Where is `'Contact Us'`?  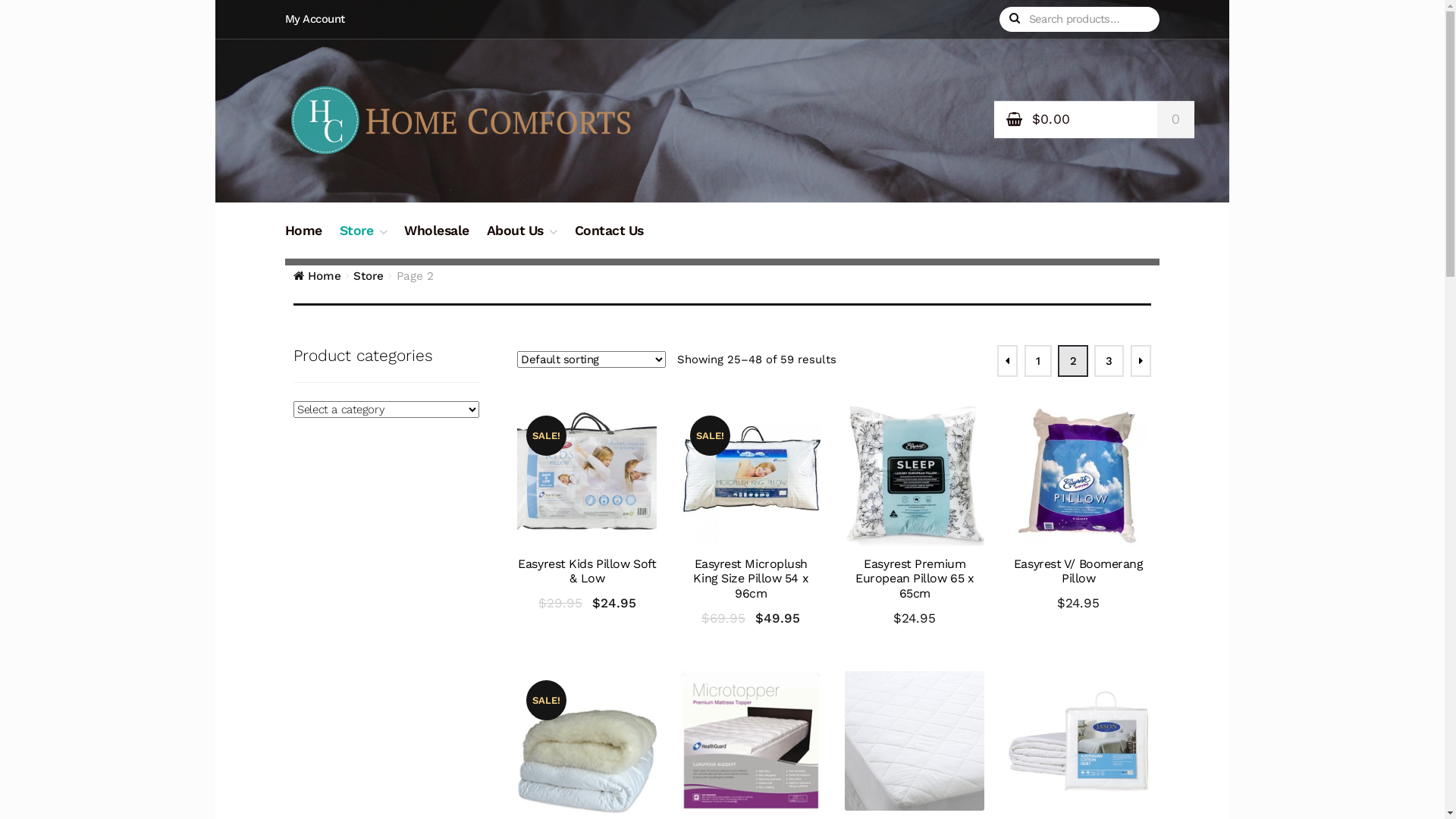 'Contact Us' is located at coordinates (609, 239).